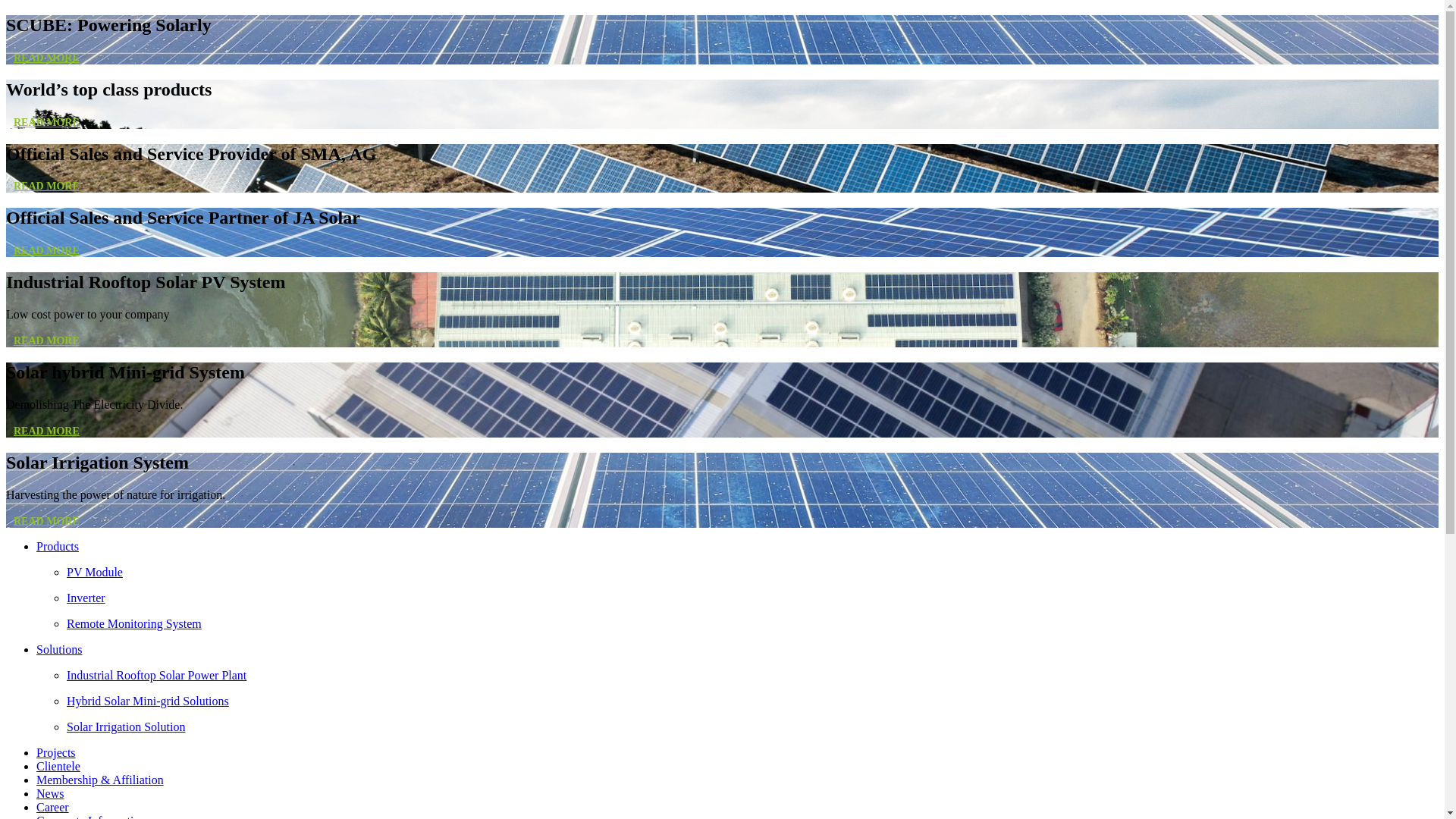 This screenshot has height=819, width=1456. Describe the element at coordinates (46, 520) in the screenshot. I see `'READ MORE'` at that location.